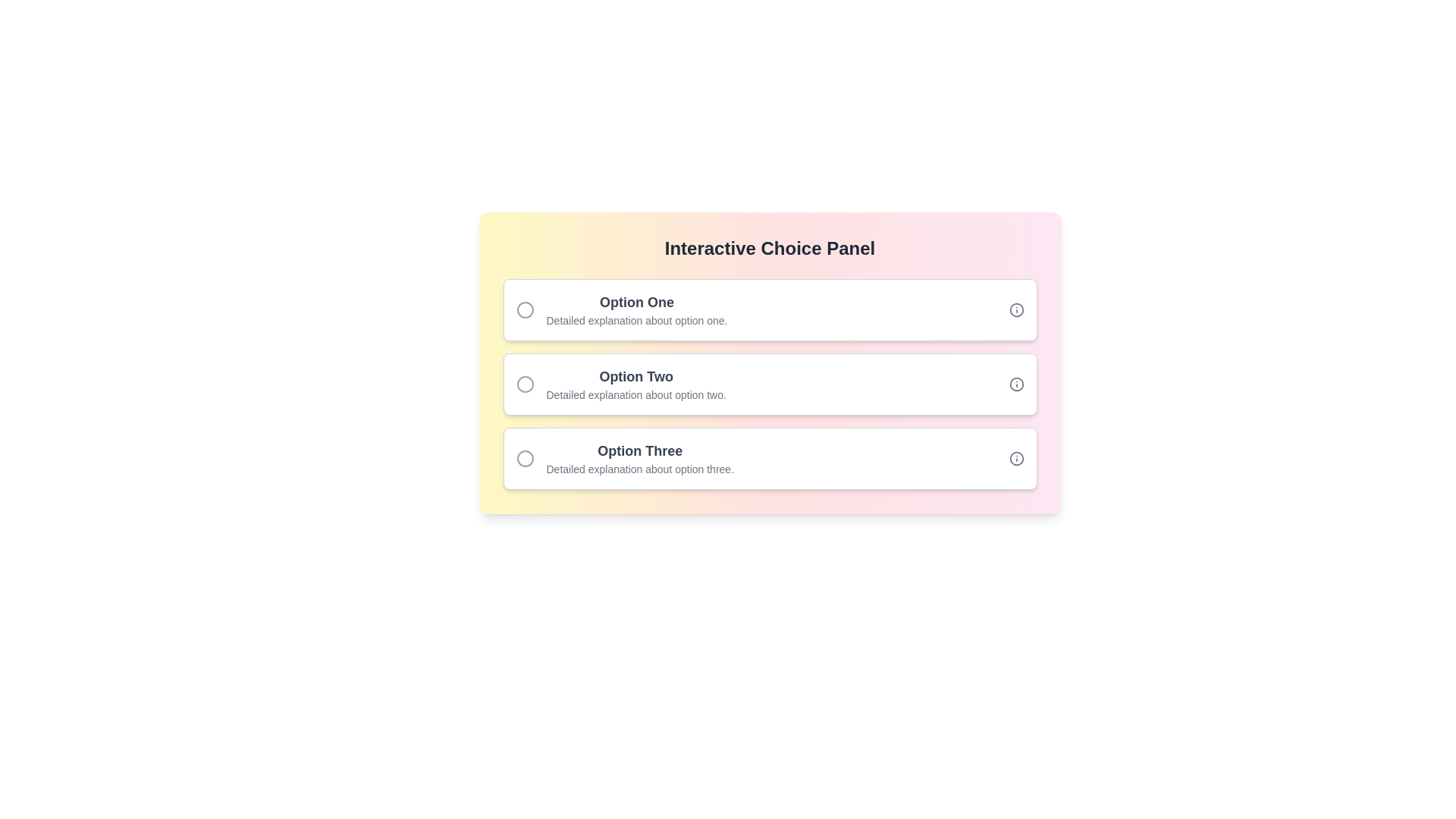 This screenshot has width=1456, height=819. What do you see at coordinates (637, 320) in the screenshot?
I see `the text element that reads 'Detailed explanation about option one.' which is styled in small-sized gray font and located below the title text 'Option One' within the first card of a list of three cards` at bounding box center [637, 320].